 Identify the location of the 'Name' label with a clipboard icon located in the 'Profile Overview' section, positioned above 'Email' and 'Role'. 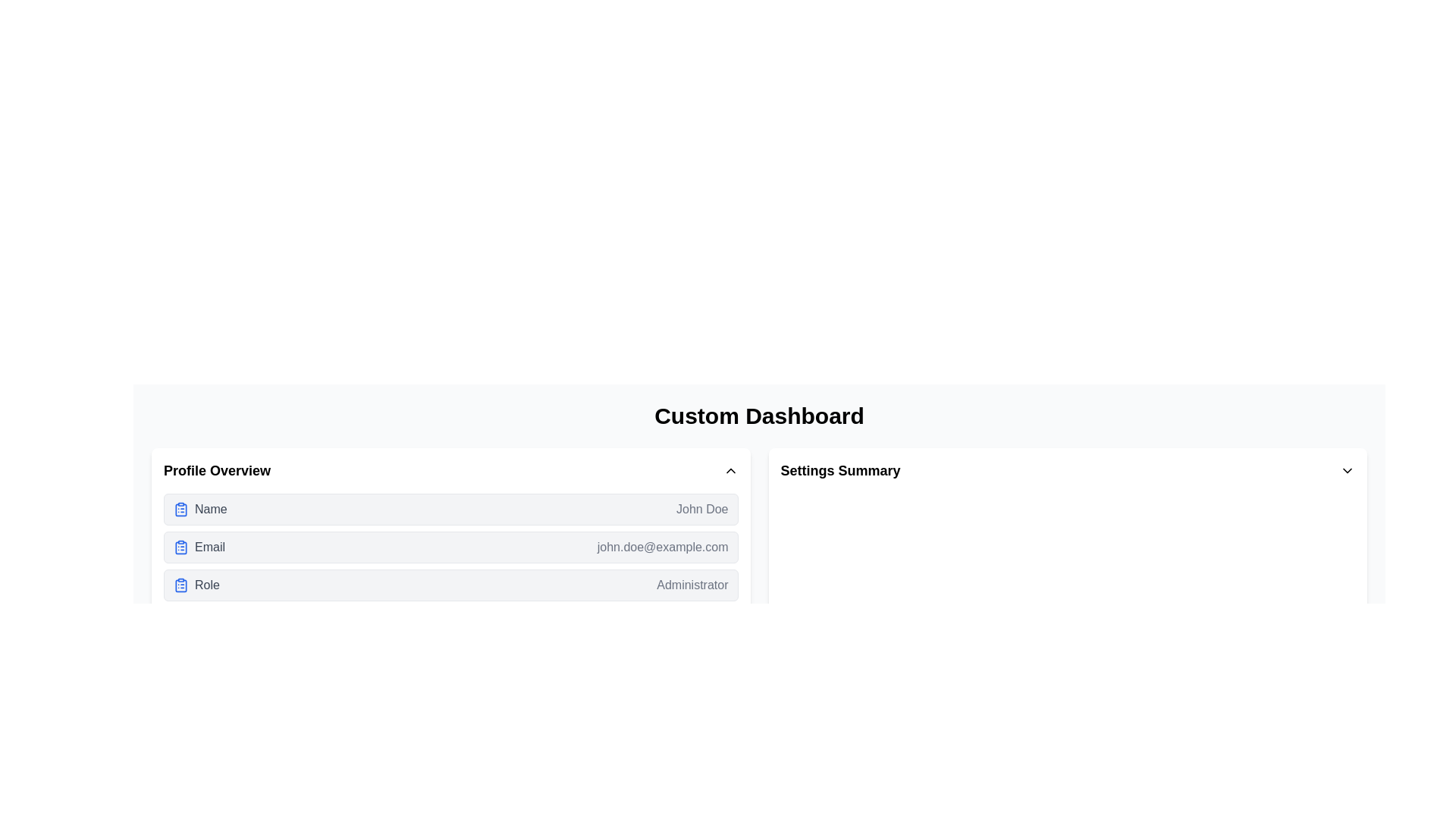
(199, 509).